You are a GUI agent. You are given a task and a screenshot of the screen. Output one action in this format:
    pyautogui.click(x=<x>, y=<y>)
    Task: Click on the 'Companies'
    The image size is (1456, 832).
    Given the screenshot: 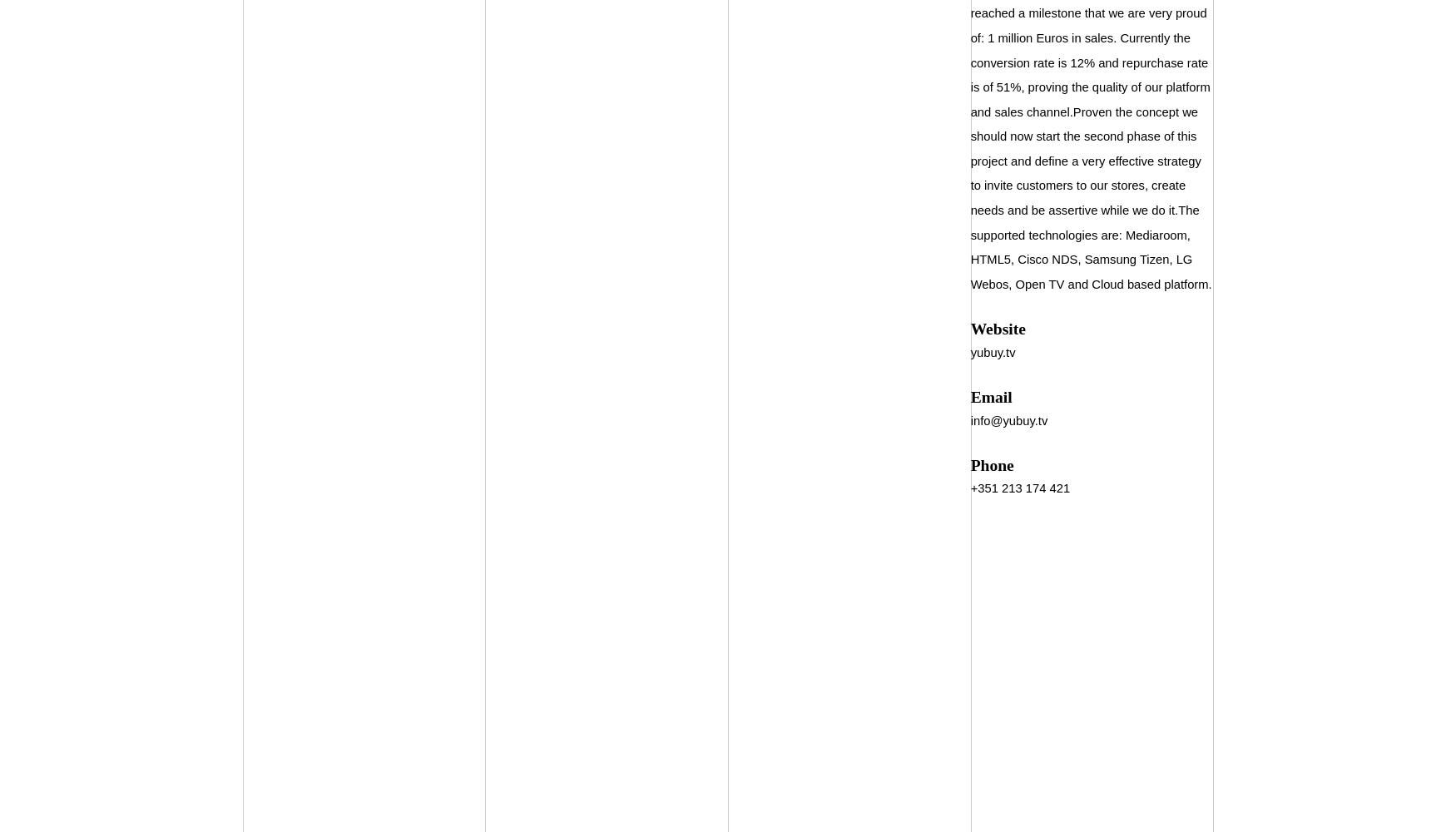 What is the action you would take?
    pyautogui.click(x=286, y=60)
    